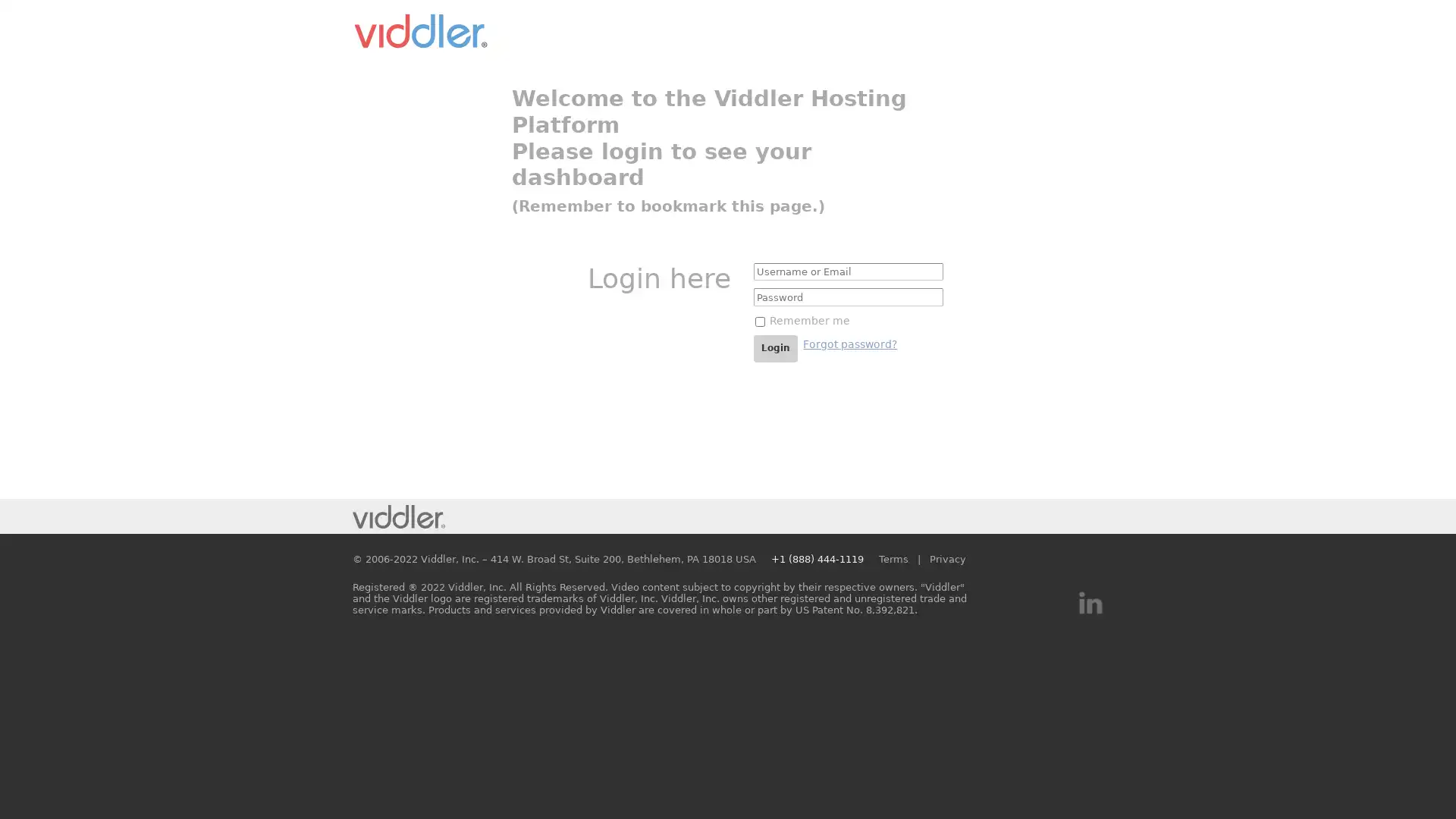  Describe the element at coordinates (775, 348) in the screenshot. I see `Login` at that location.